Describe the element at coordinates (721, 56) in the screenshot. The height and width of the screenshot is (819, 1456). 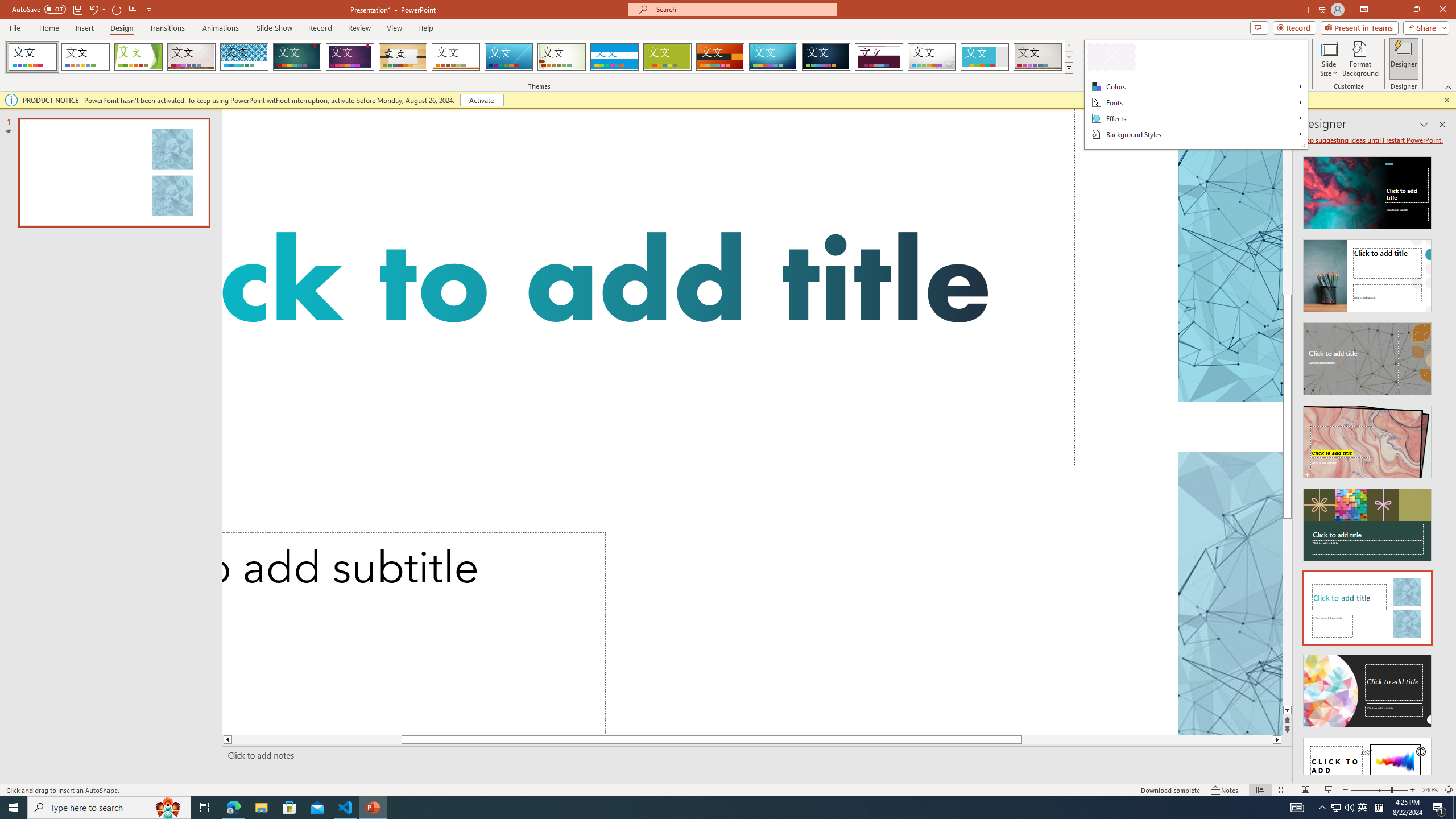
I see `'Berlin'` at that location.